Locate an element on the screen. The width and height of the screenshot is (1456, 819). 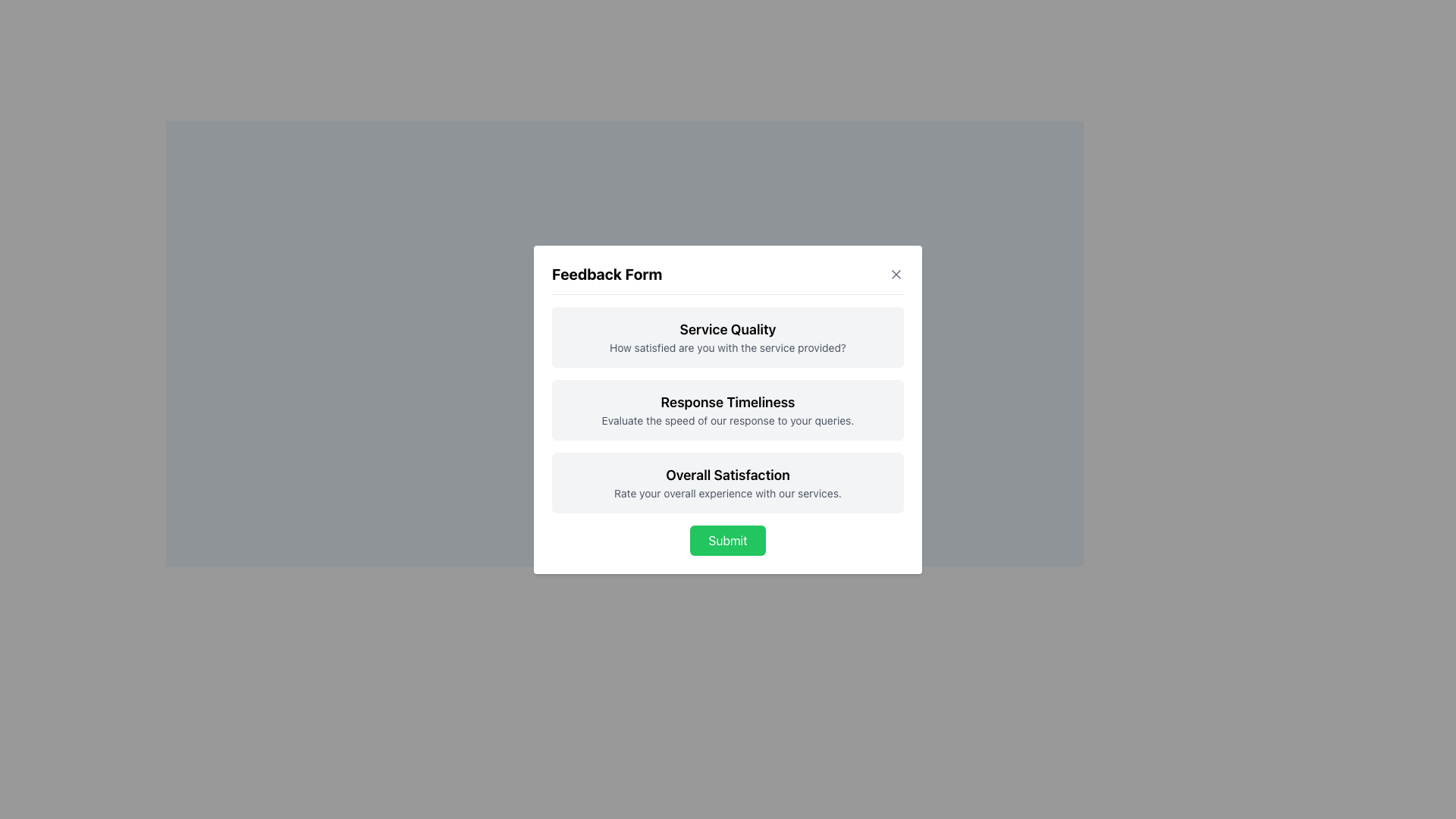
the submit button located at the bottom-center of the 'Feedback Form' modal to change its background color is located at coordinates (728, 539).